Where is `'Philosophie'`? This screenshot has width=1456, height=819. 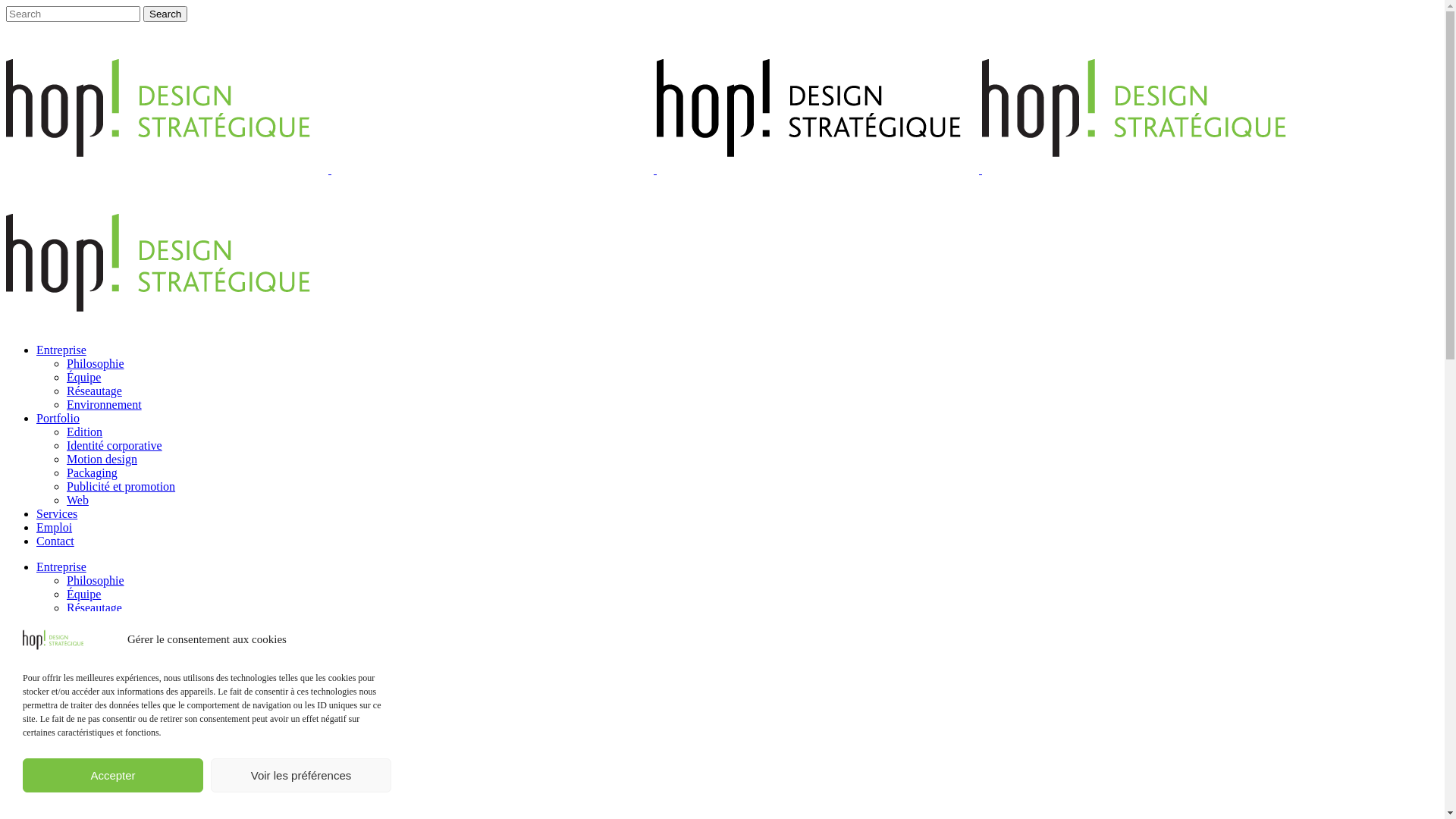 'Philosophie' is located at coordinates (94, 580).